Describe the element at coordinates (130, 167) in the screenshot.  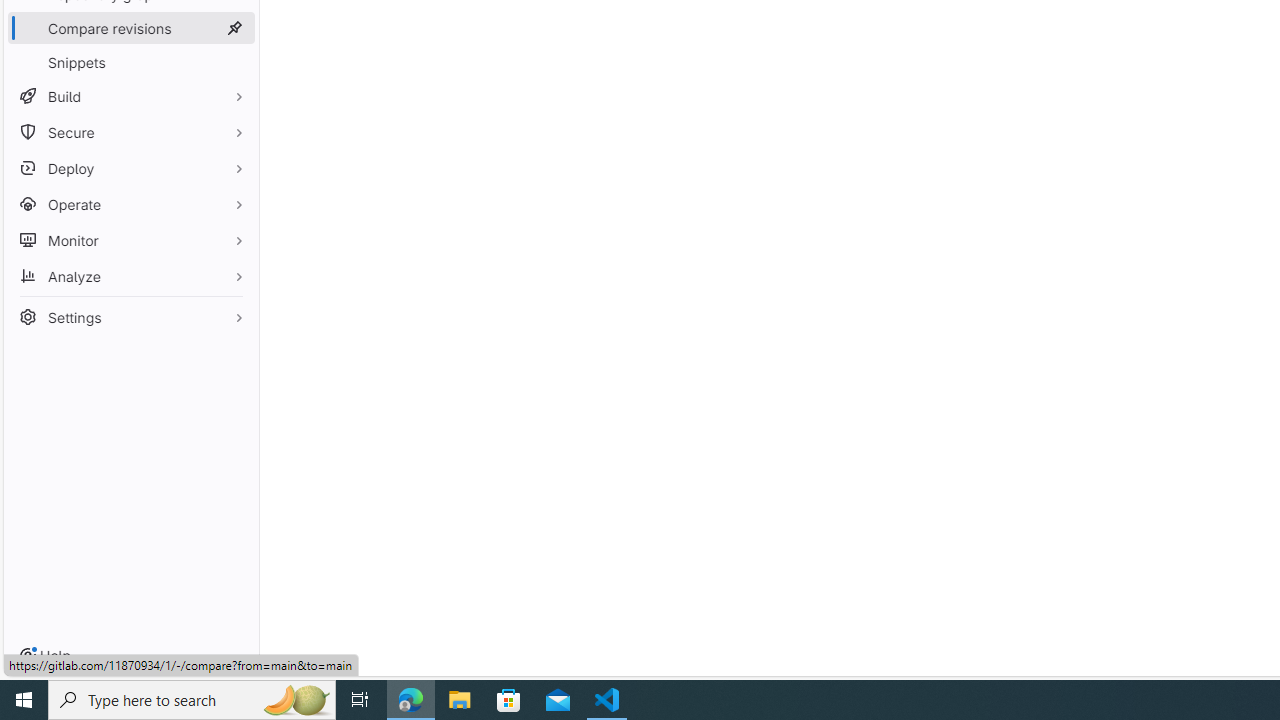
I see `'Deploy'` at that location.